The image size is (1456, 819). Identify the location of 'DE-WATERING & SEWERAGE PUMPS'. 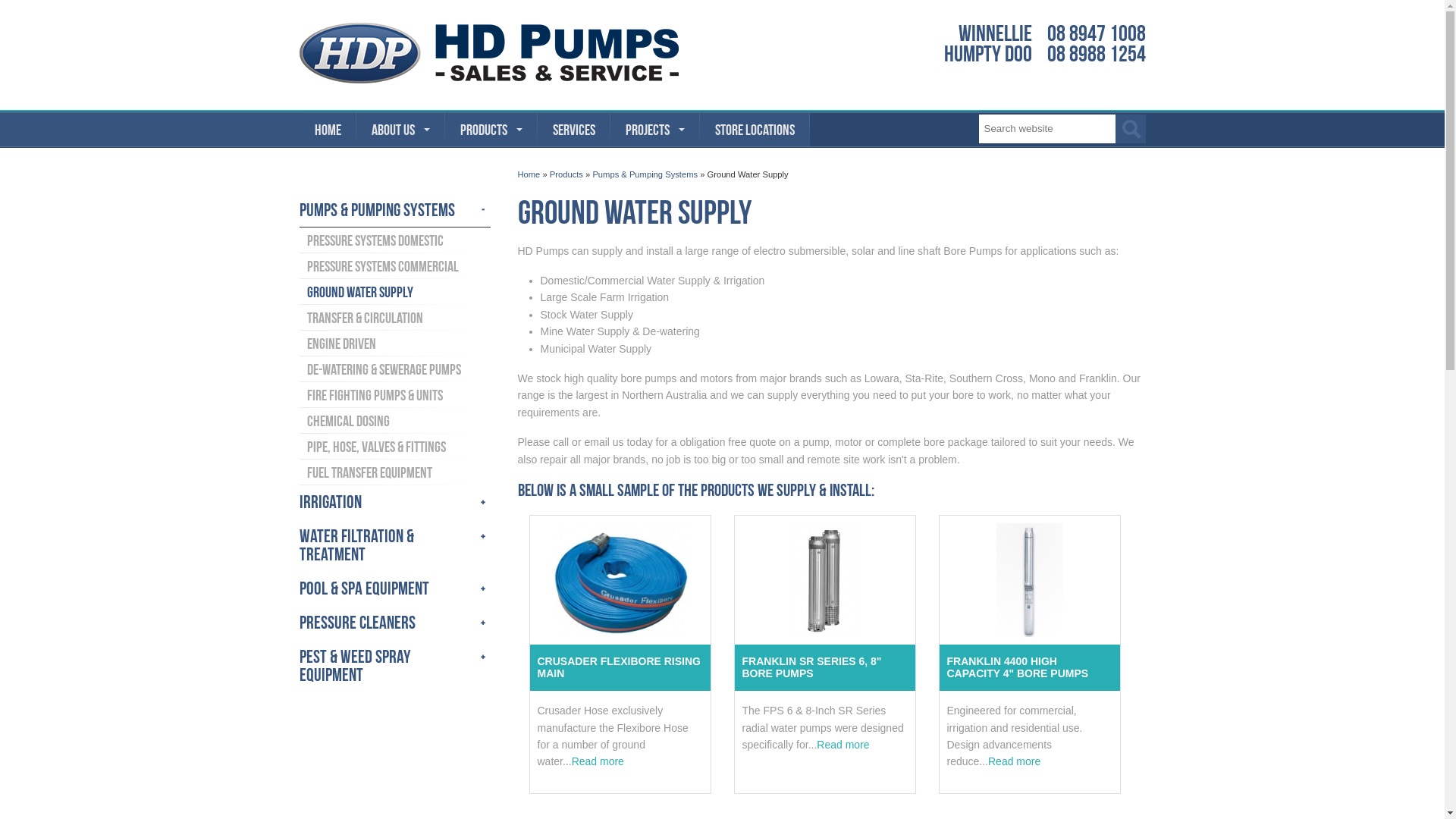
(298, 369).